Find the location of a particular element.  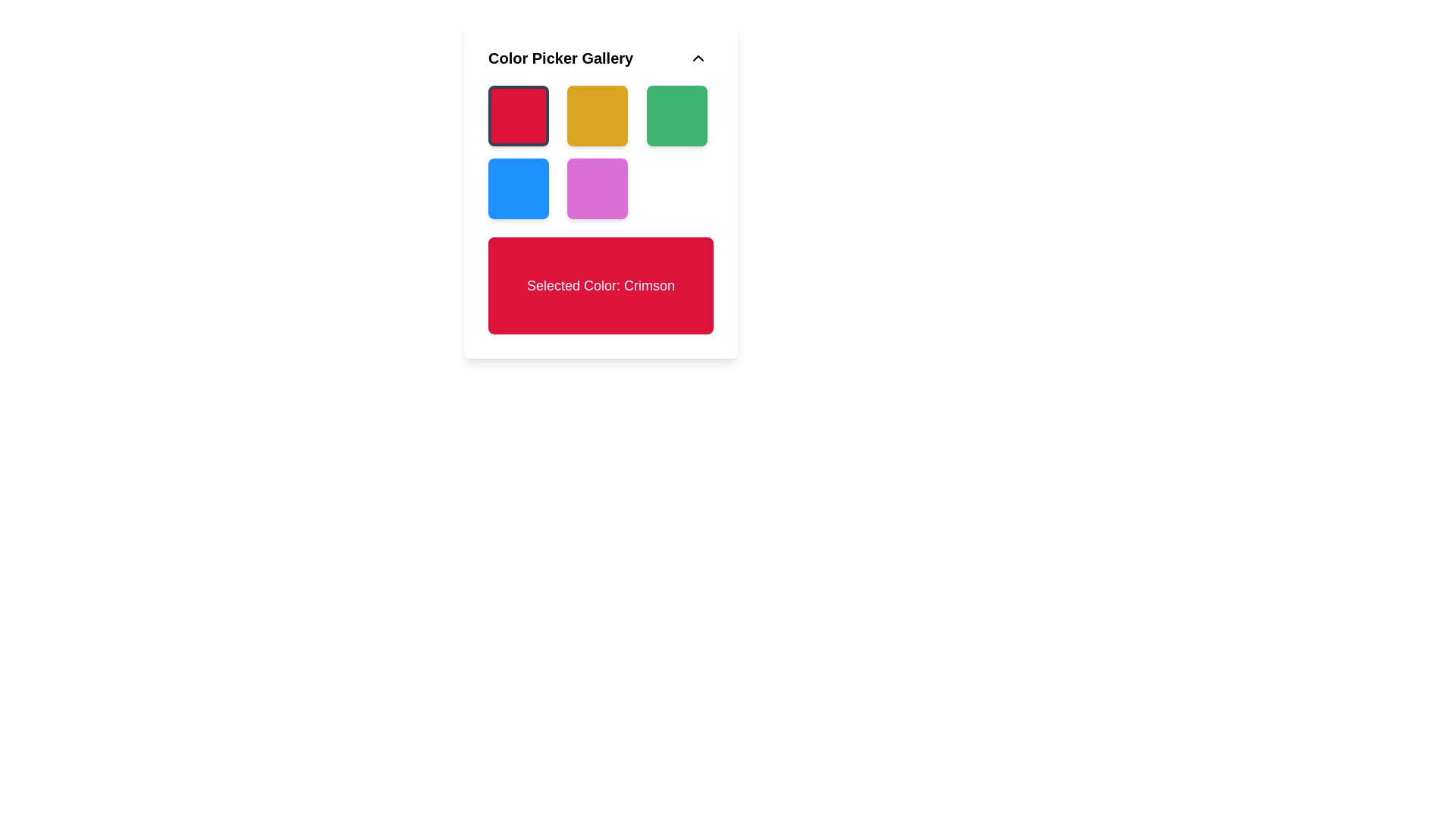

the 'MediumSeaGreen' button, which is the third item in the first row of a 3x2 grid layout is located at coordinates (676, 115).